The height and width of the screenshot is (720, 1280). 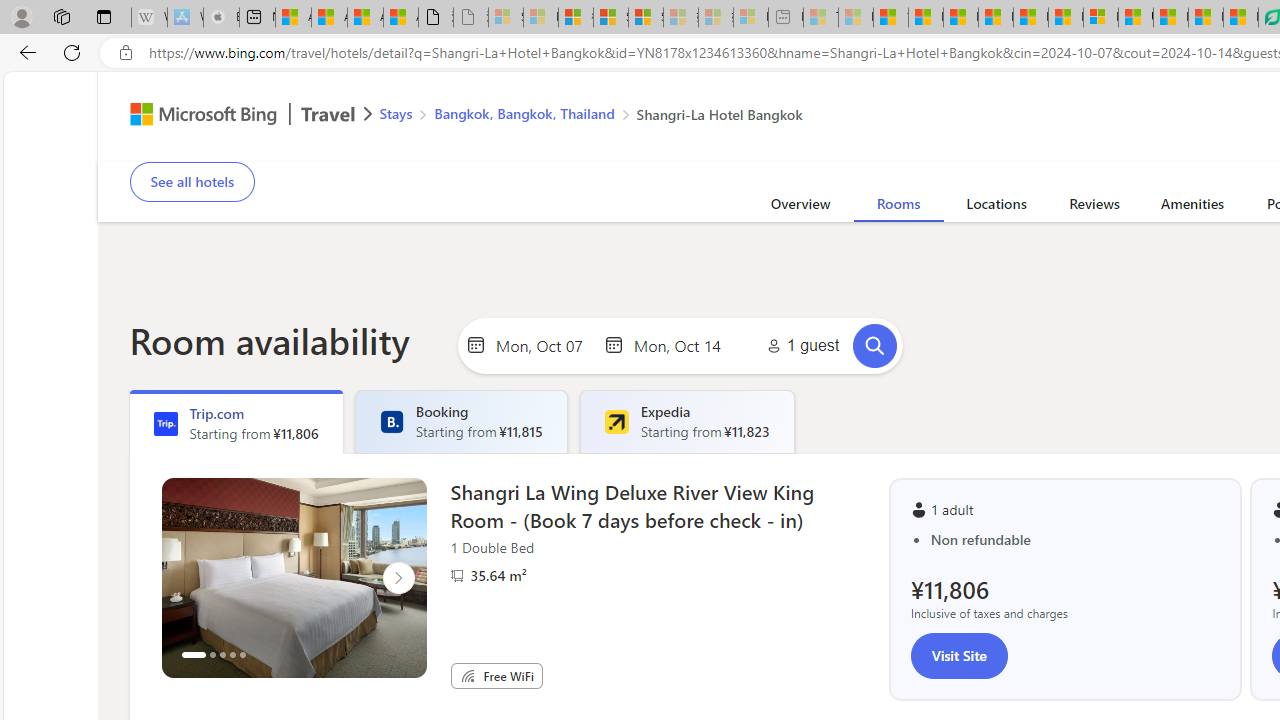 I want to click on 'Rooms', so click(x=897, y=207).